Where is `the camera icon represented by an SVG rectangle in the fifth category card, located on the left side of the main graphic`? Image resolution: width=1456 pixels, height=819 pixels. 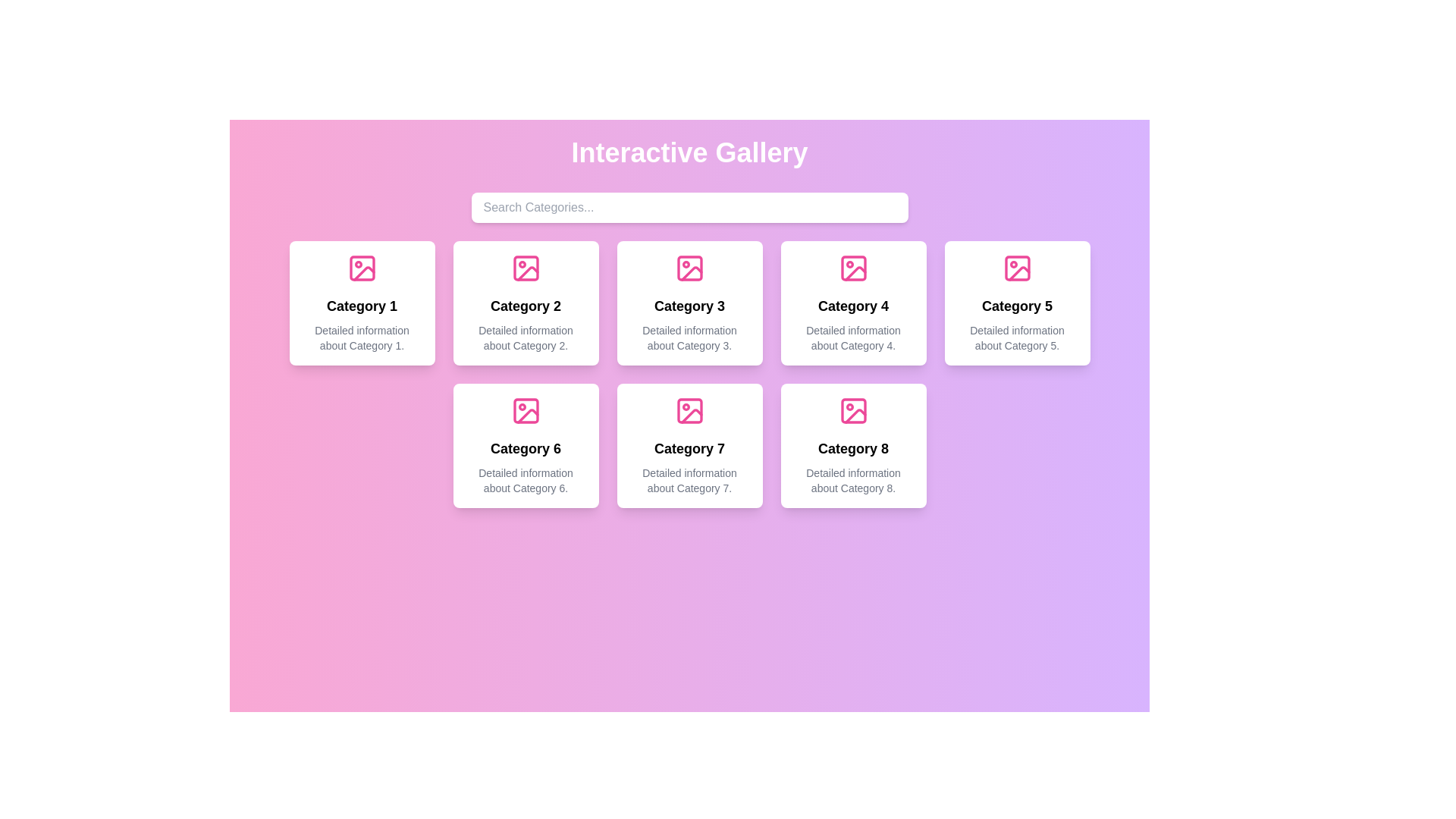 the camera icon represented by an SVG rectangle in the fifth category card, located on the left side of the main graphic is located at coordinates (1017, 268).